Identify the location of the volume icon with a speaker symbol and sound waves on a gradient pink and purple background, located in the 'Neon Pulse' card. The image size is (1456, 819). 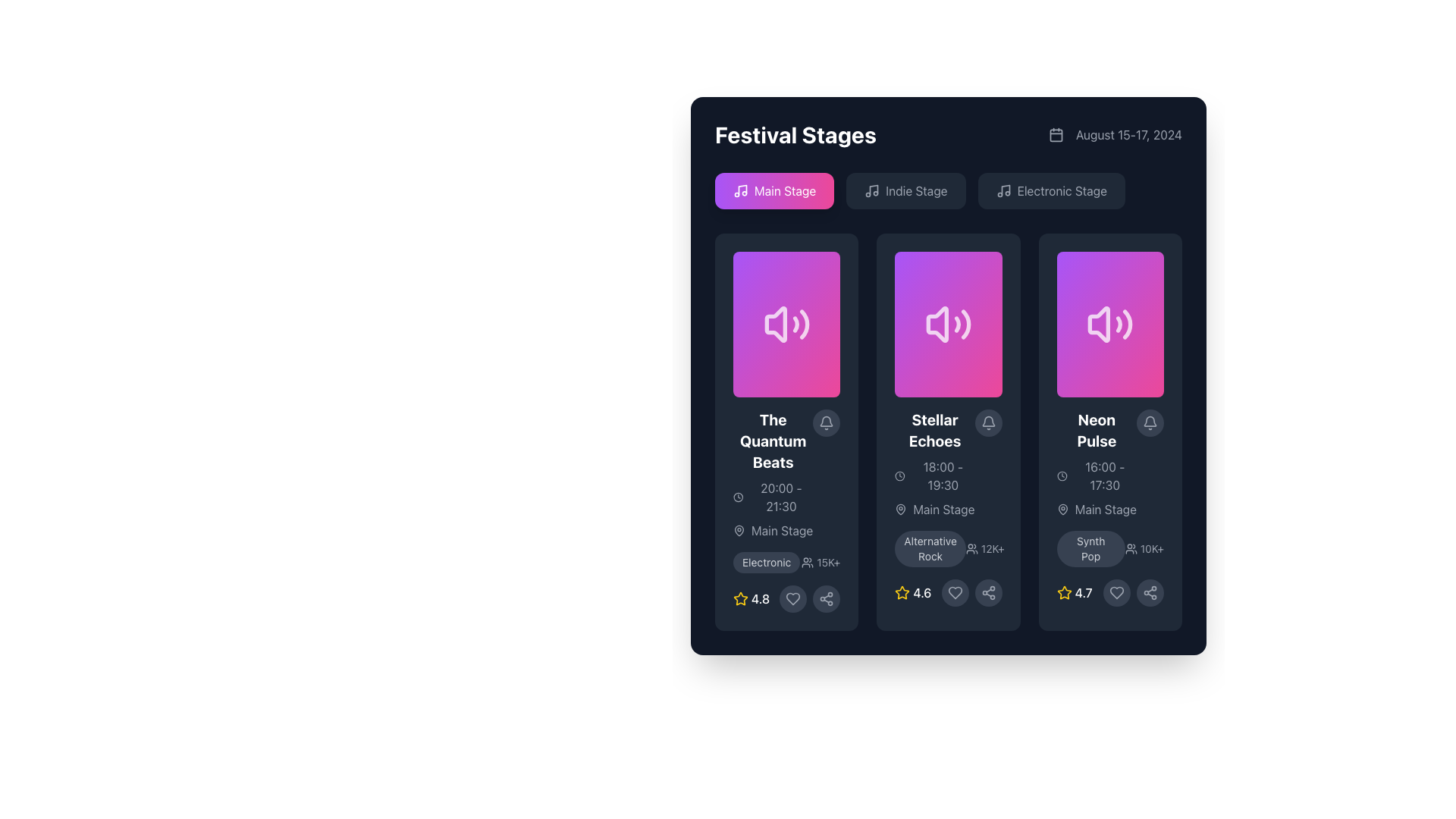
(1110, 324).